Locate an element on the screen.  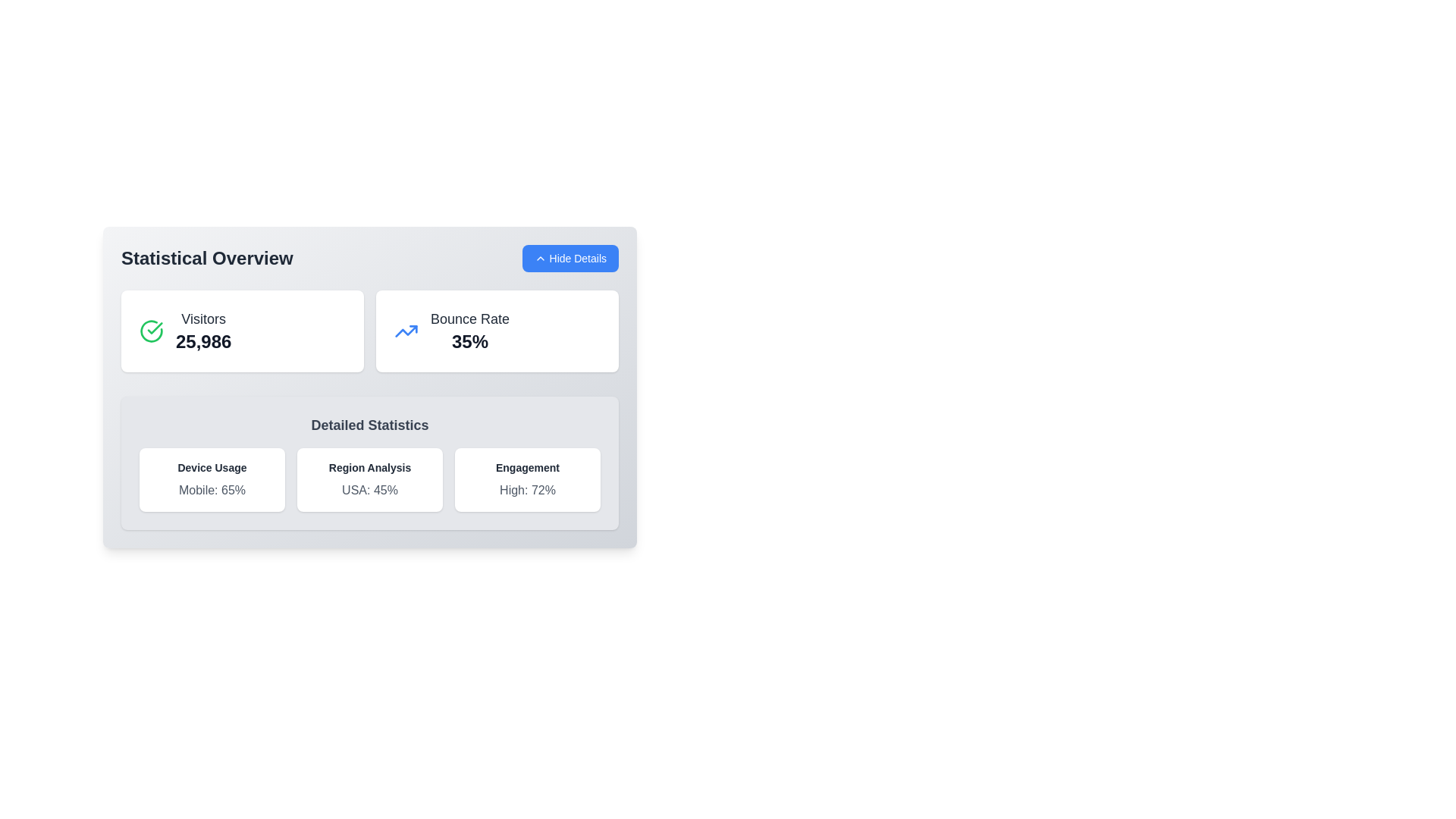
the text label displaying 'High: 72%' which is positioned below the 'Engagement' label within the 'Engagement' card is located at coordinates (528, 491).